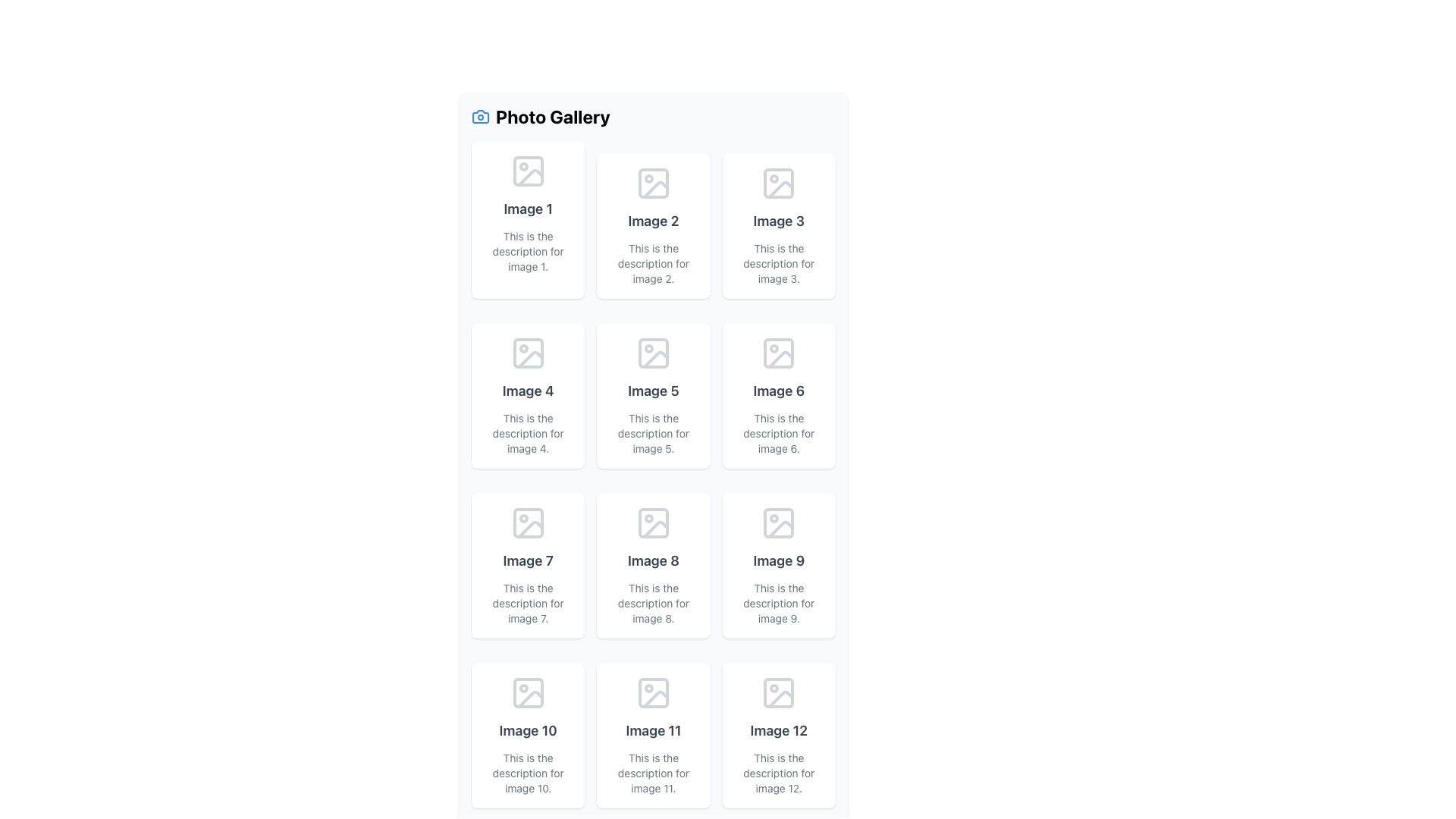 This screenshot has height=819, width=1456. Describe the element at coordinates (779, 693) in the screenshot. I see `the icon located in the last grid cell of the 'Photo Gallery', positioned above the text 'Image 12'` at that location.